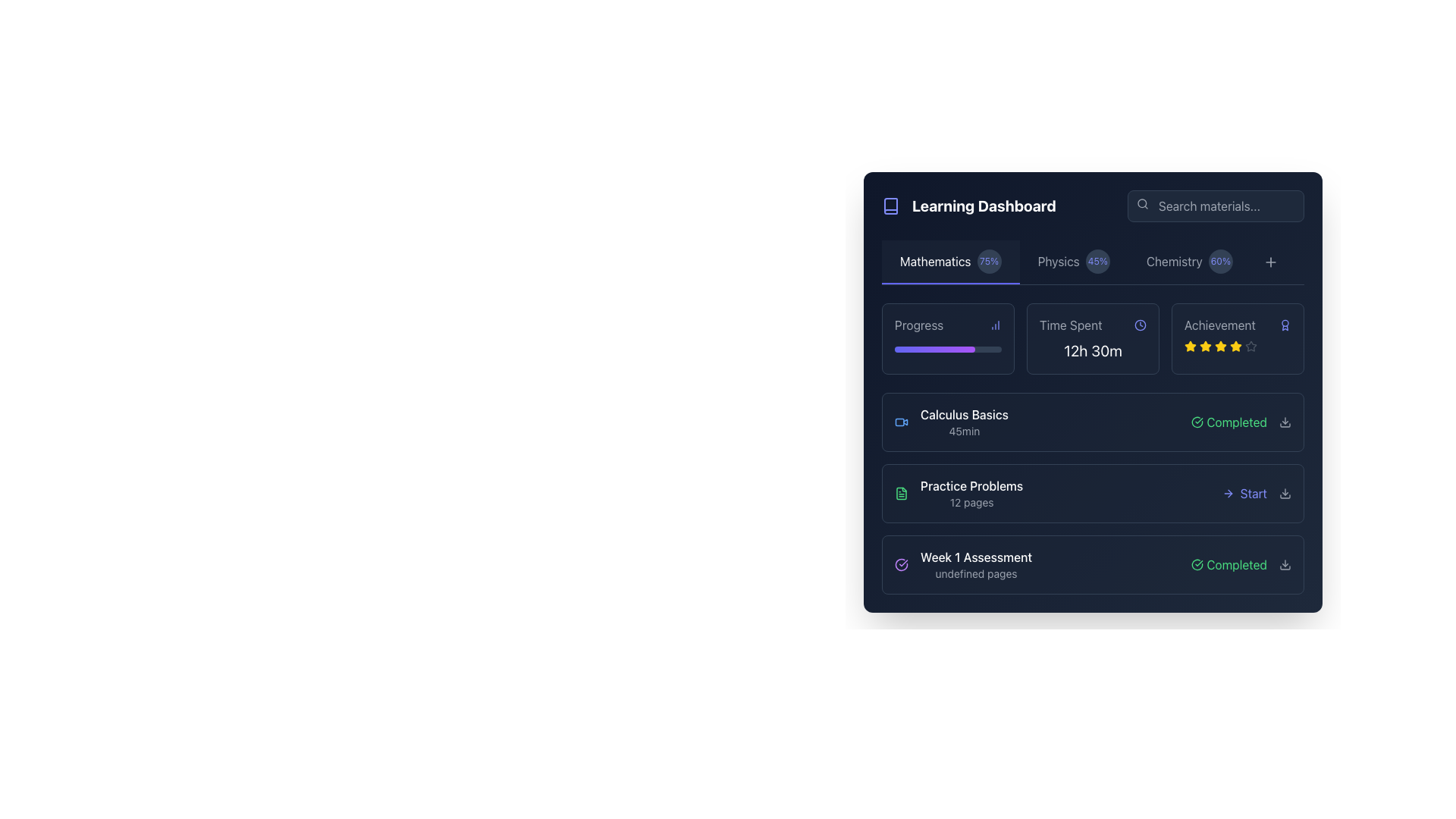 This screenshot has height=819, width=1456. I want to click on the Course Section Item titled 'Practice Problems' with the subtitle '12 pages' and a green document icon, located in the middle section of the dashboard interface, so click(958, 494).